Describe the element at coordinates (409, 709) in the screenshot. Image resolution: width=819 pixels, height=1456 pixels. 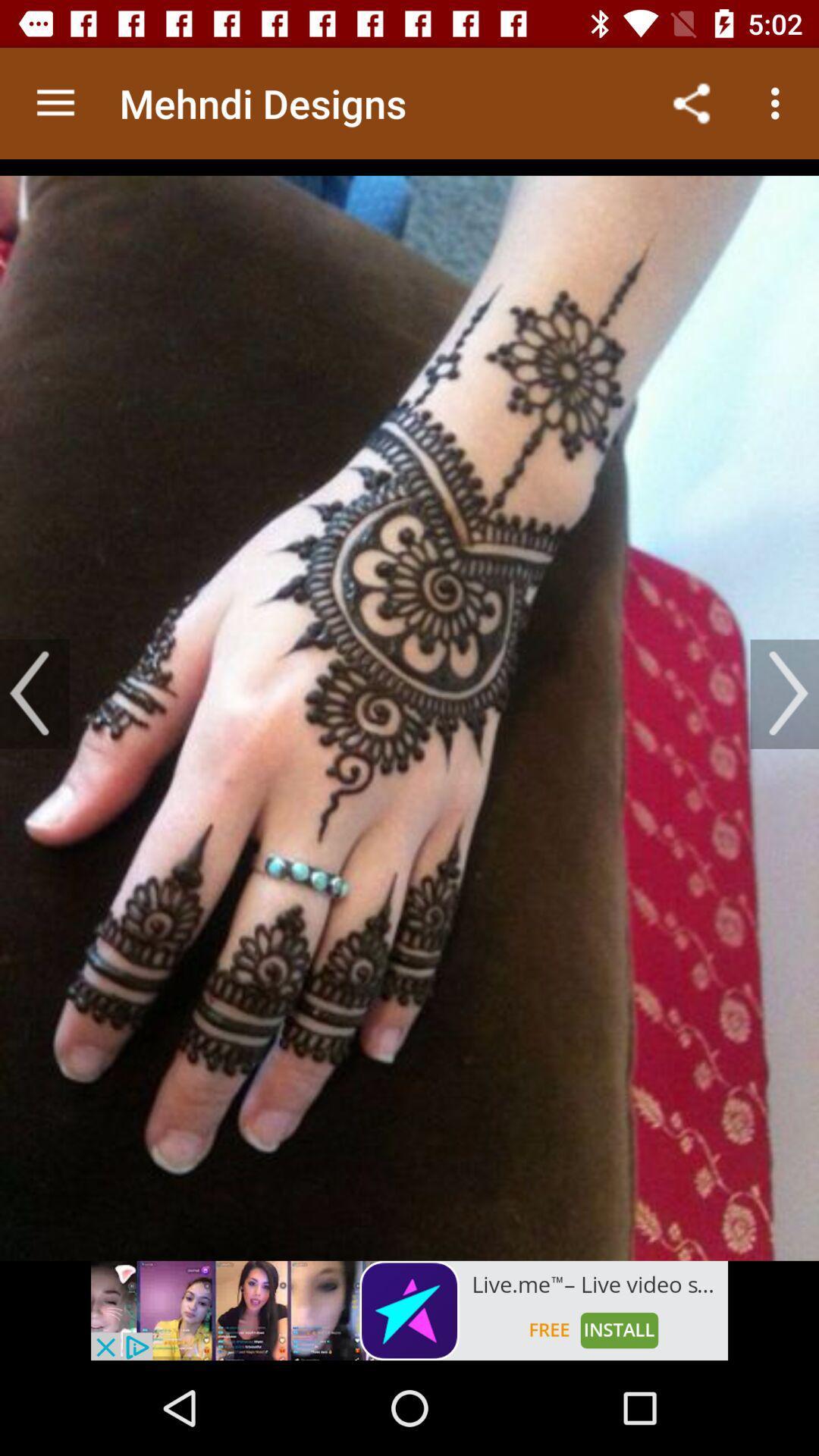
I see `gallery` at that location.